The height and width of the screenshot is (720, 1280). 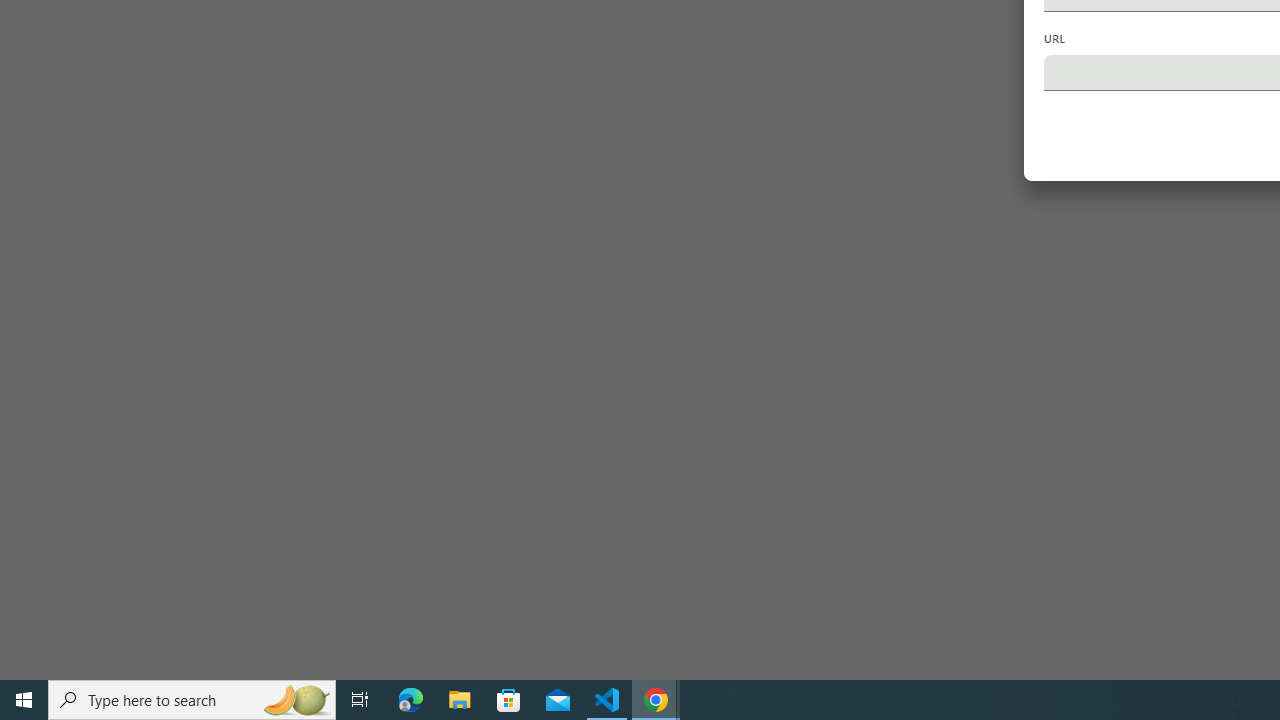 I want to click on 'Start', so click(x=24, y=698).